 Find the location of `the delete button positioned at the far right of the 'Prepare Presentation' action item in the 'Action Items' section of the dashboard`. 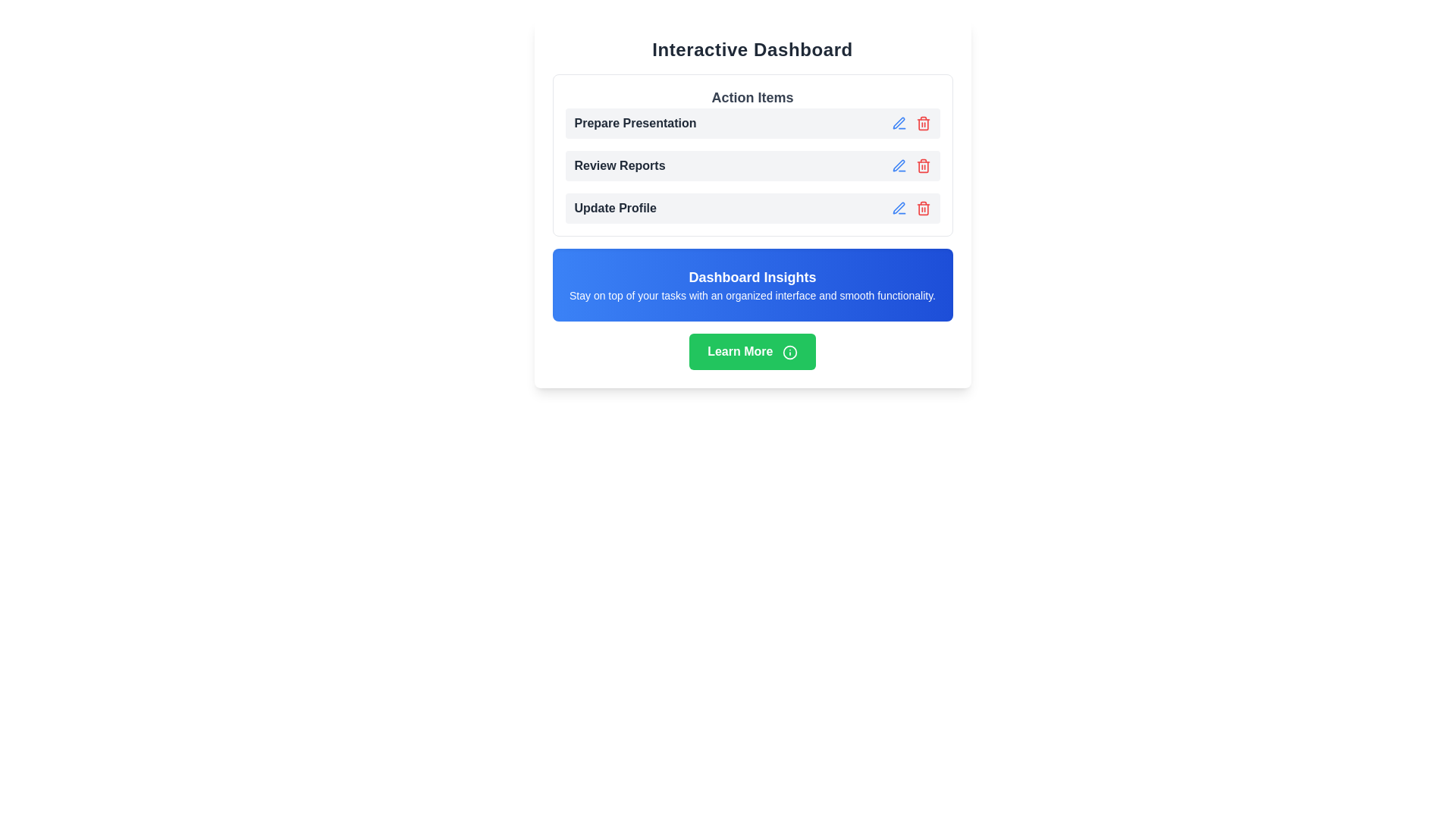

the delete button positioned at the far right of the 'Prepare Presentation' action item in the 'Action Items' section of the dashboard is located at coordinates (922, 122).